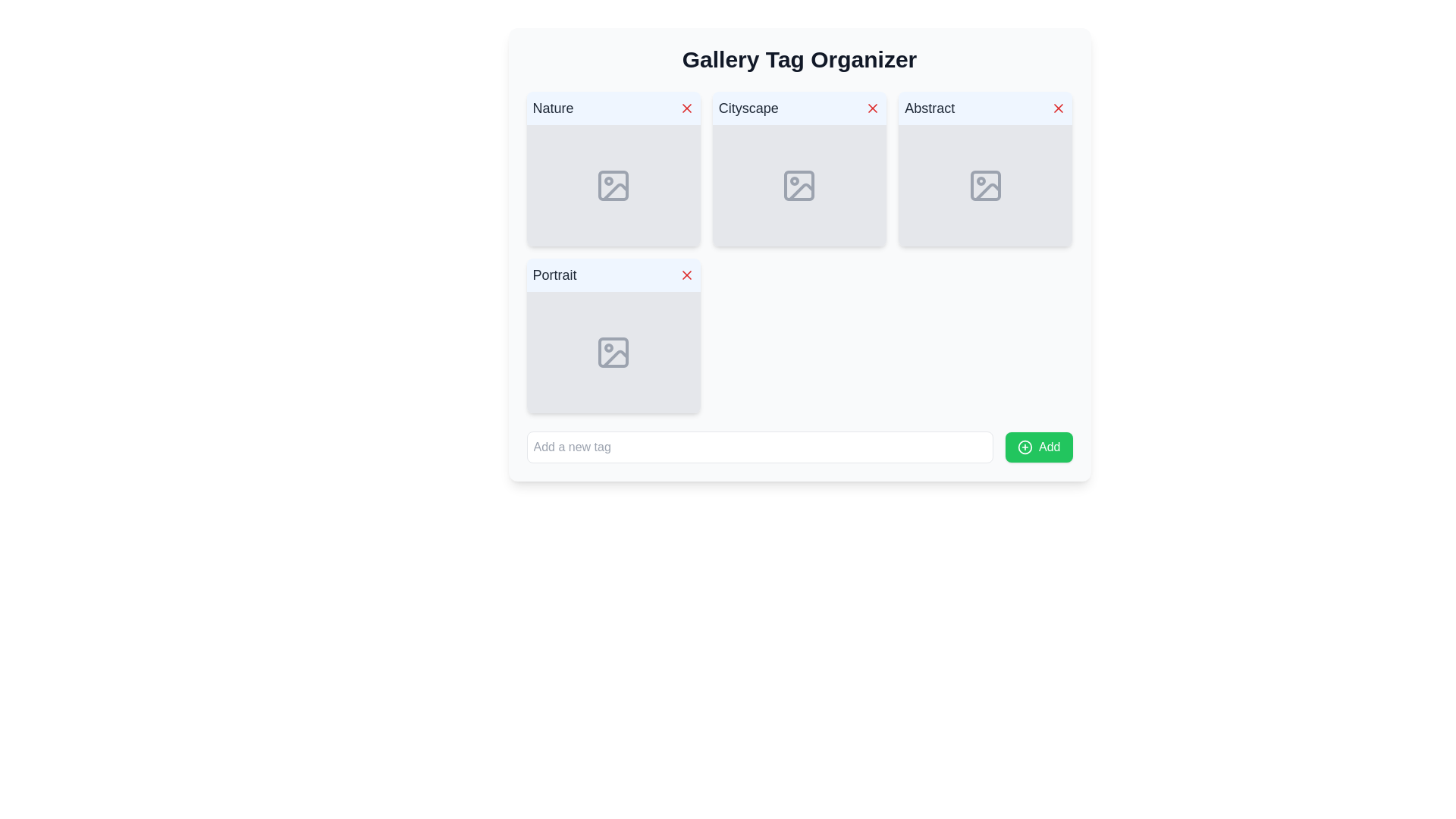 This screenshot has width=1456, height=819. I want to click on the SVG Circle that represents the 'add' functionality, located at the bottom right of the interface, adjacent to the green 'Add' button, so click(1025, 447).